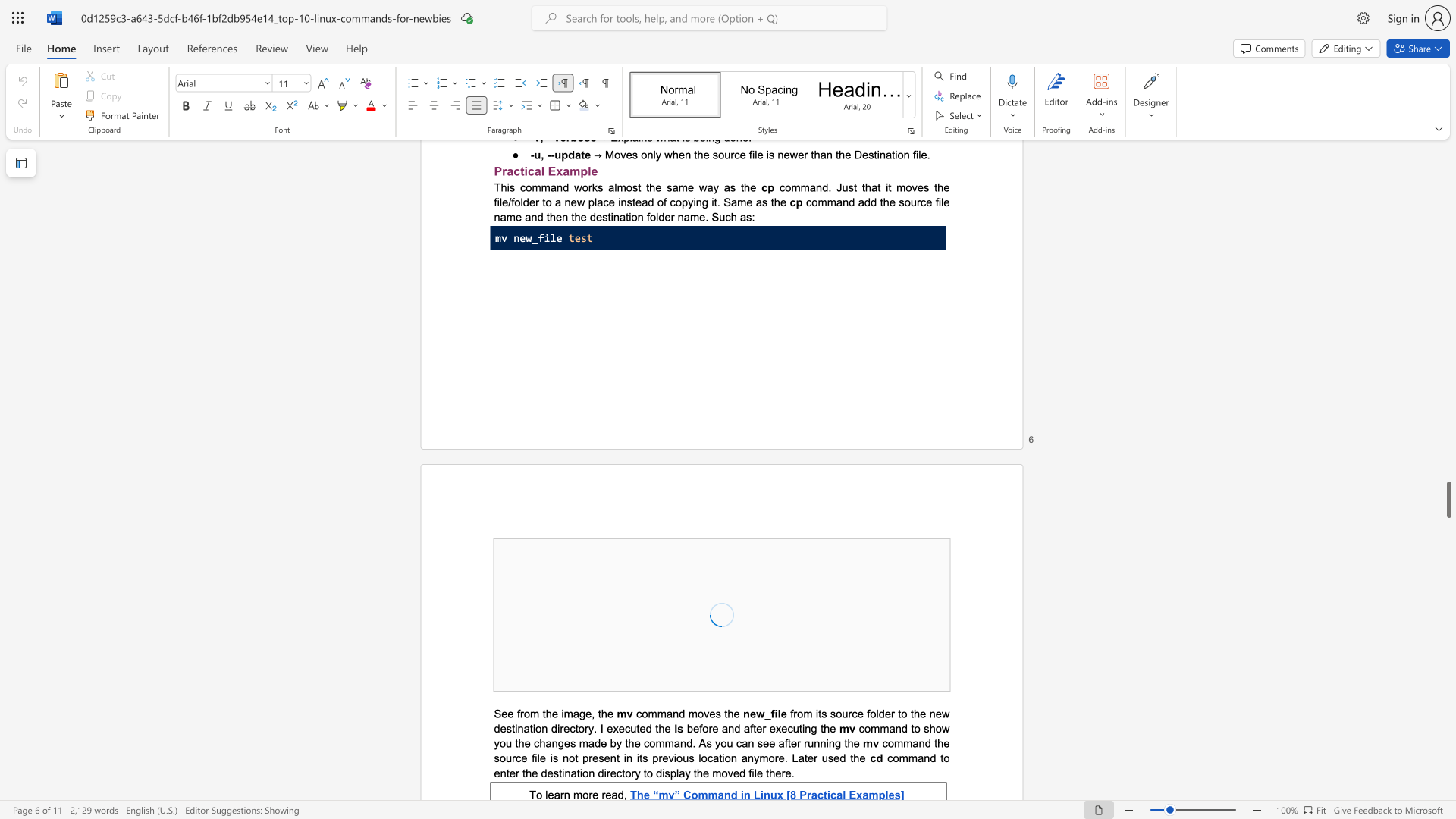 Image resolution: width=1456 pixels, height=819 pixels. I want to click on the scrollbar to move the page upward, so click(1448, 318).